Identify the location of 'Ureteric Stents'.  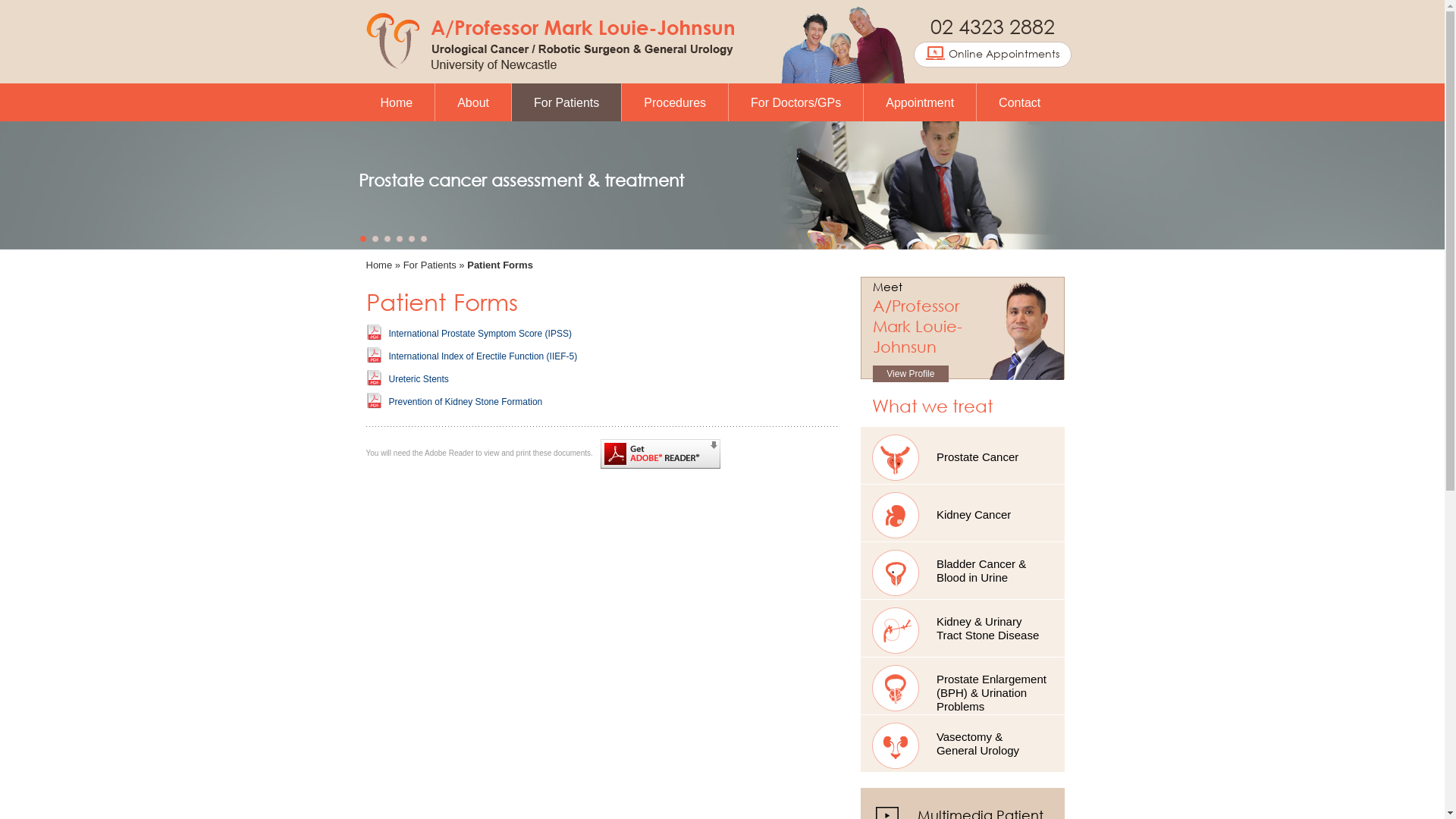
(418, 378).